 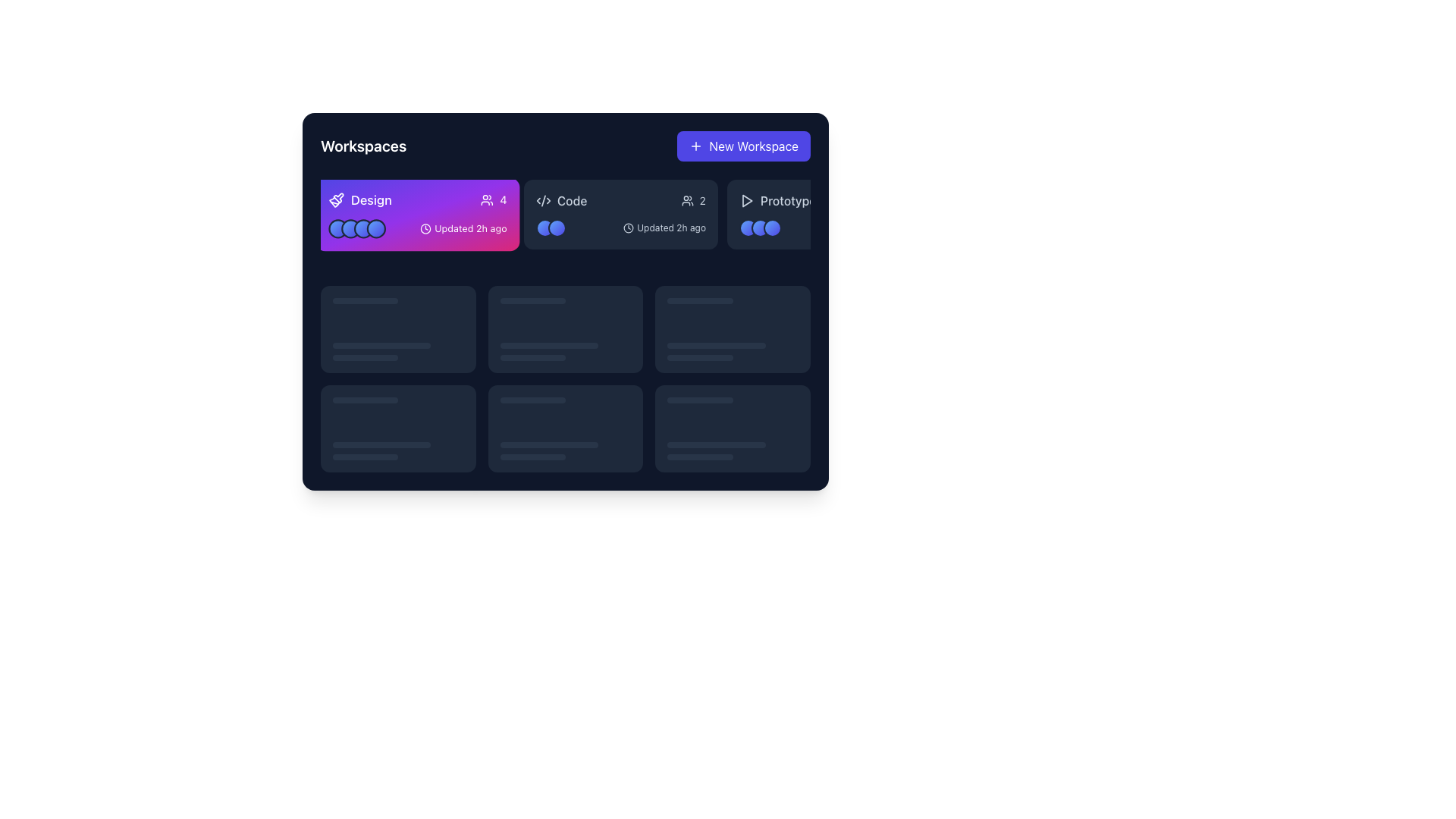 I want to click on the 'Design' workspace label located at the top-left of the interface, which serves as a title for the workspace, so click(x=359, y=199).